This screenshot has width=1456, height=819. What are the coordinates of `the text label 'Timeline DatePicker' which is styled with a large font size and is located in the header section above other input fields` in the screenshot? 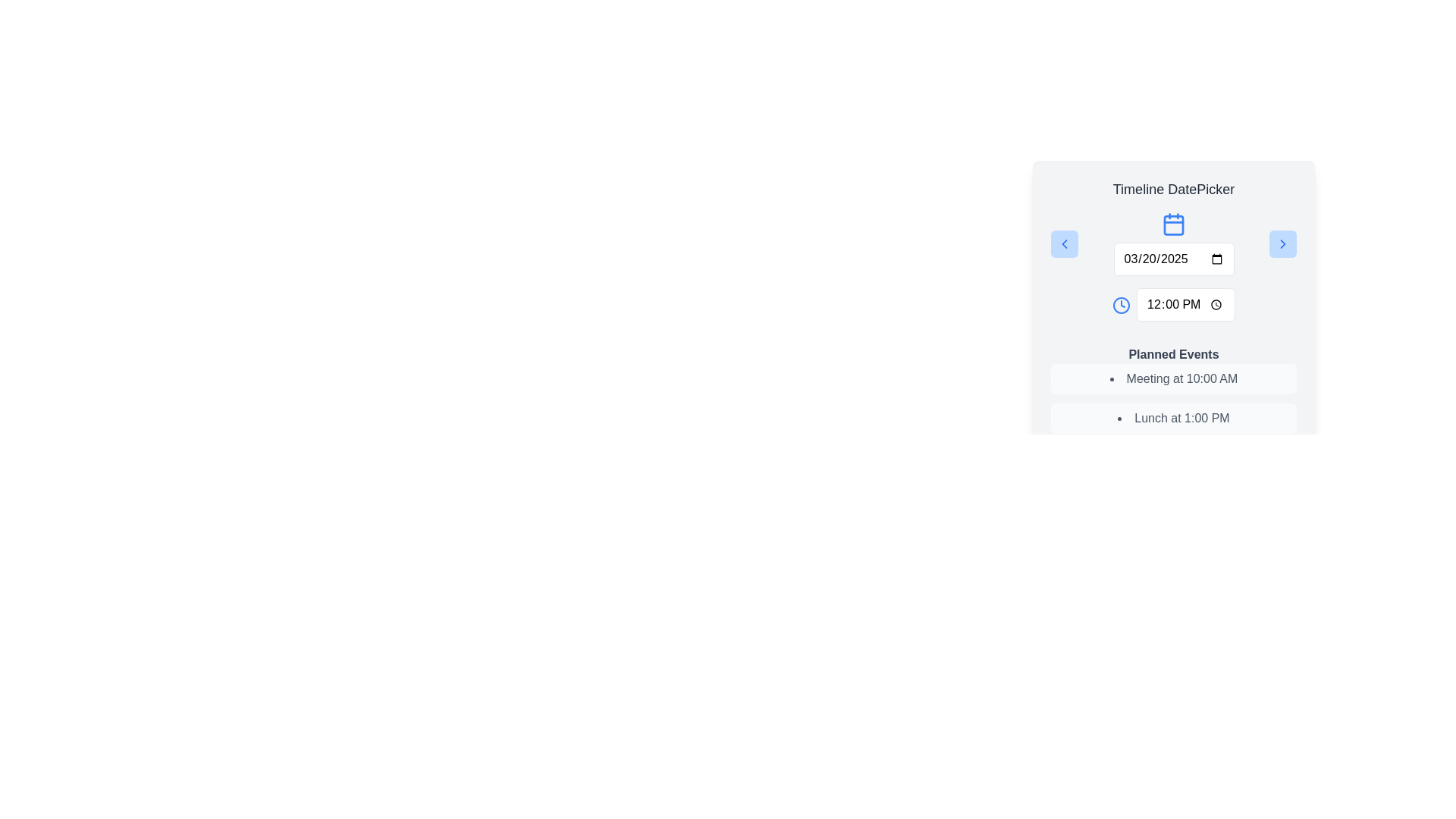 It's located at (1173, 189).